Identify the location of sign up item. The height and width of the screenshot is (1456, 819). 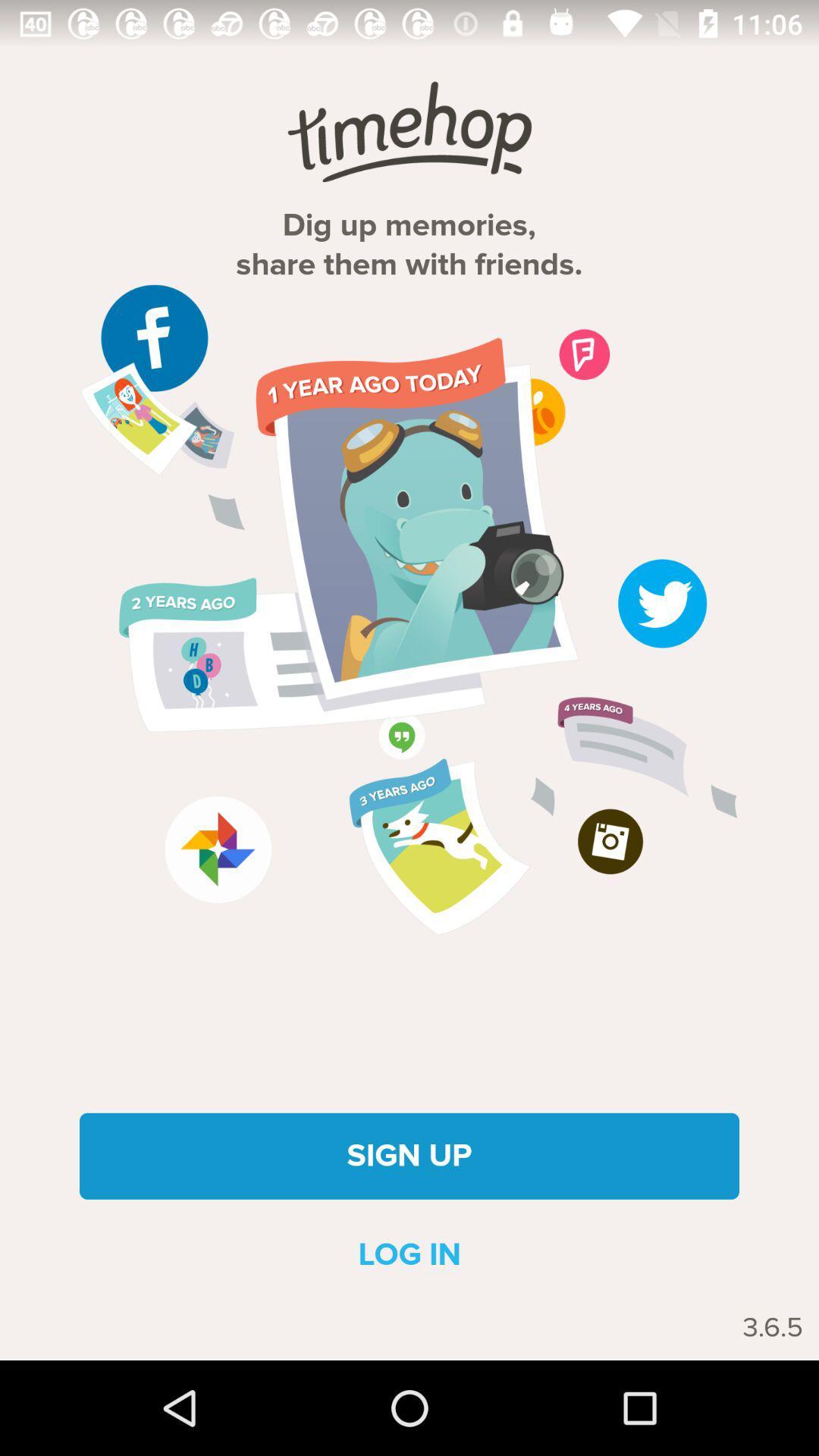
(409, 1155).